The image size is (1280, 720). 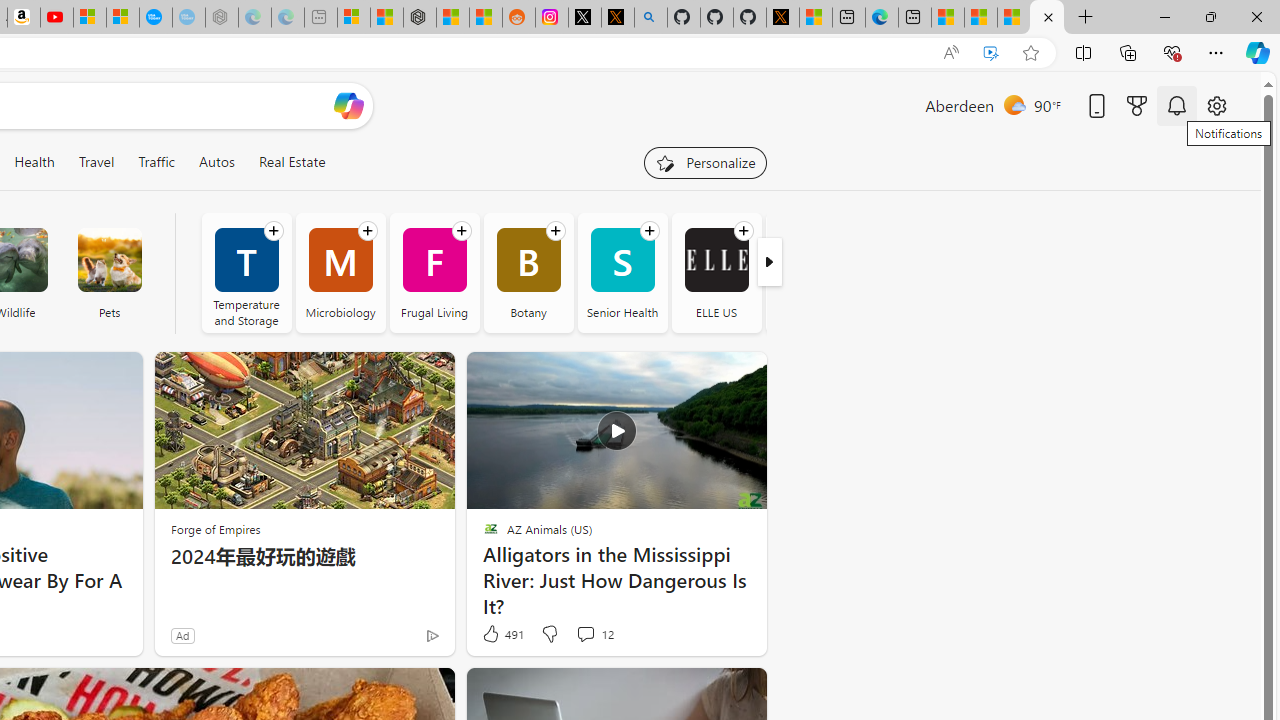 I want to click on 'Open settings', so click(x=1215, y=105).